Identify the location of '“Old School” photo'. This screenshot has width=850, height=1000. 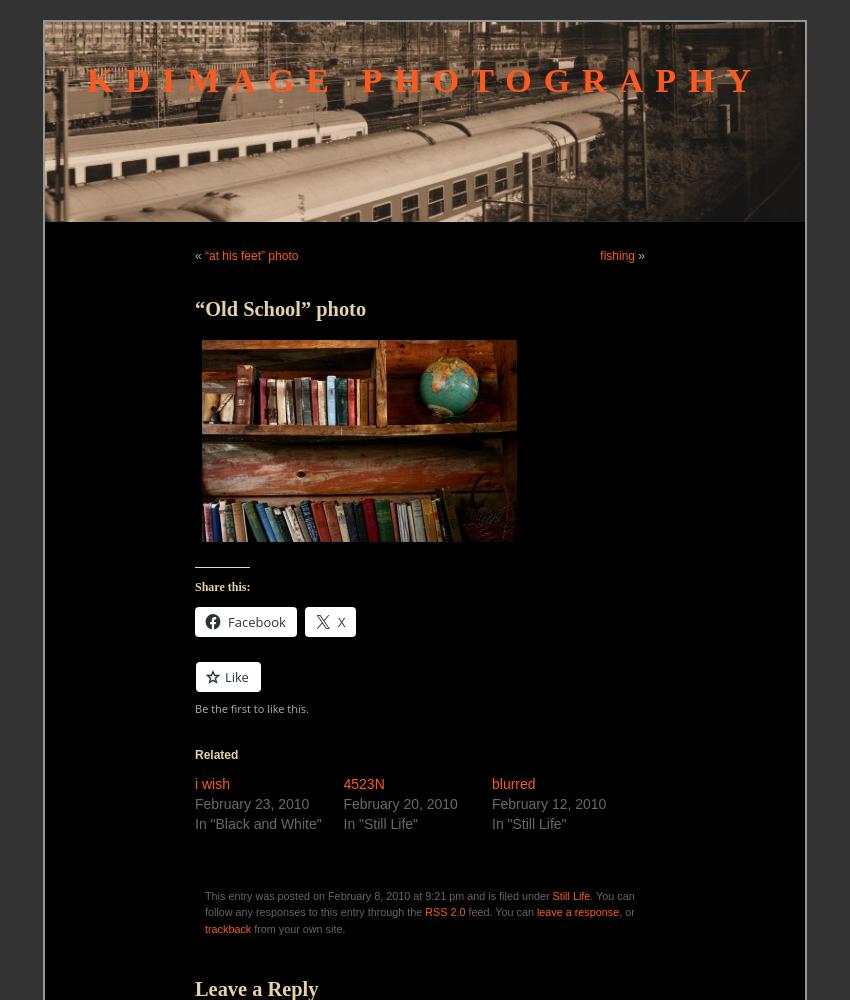
(279, 309).